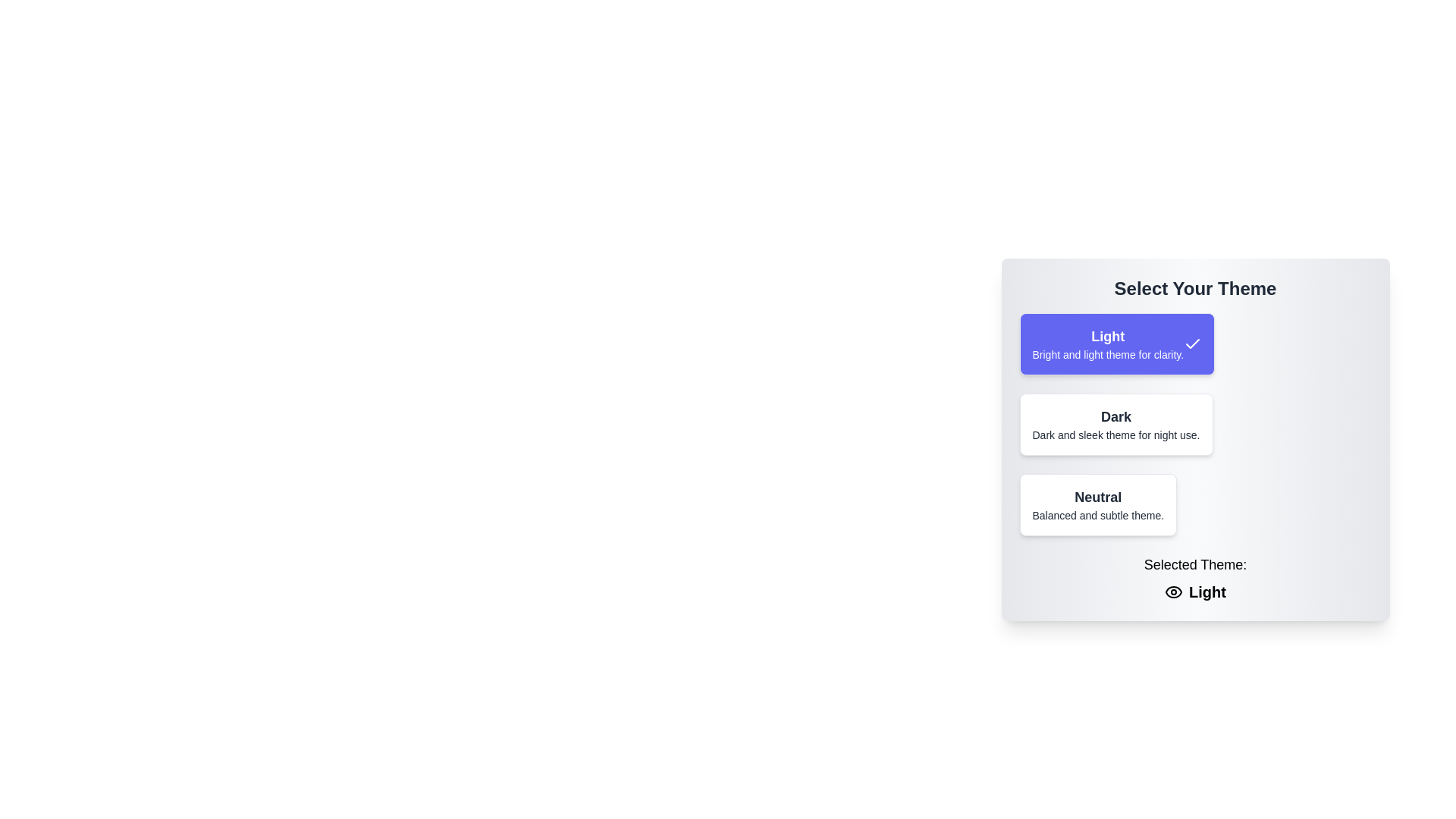 The width and height of the screenshot is (1456, 819). I want to click on the third selectable option box labeled 'Neutral', so click(1098, 505).